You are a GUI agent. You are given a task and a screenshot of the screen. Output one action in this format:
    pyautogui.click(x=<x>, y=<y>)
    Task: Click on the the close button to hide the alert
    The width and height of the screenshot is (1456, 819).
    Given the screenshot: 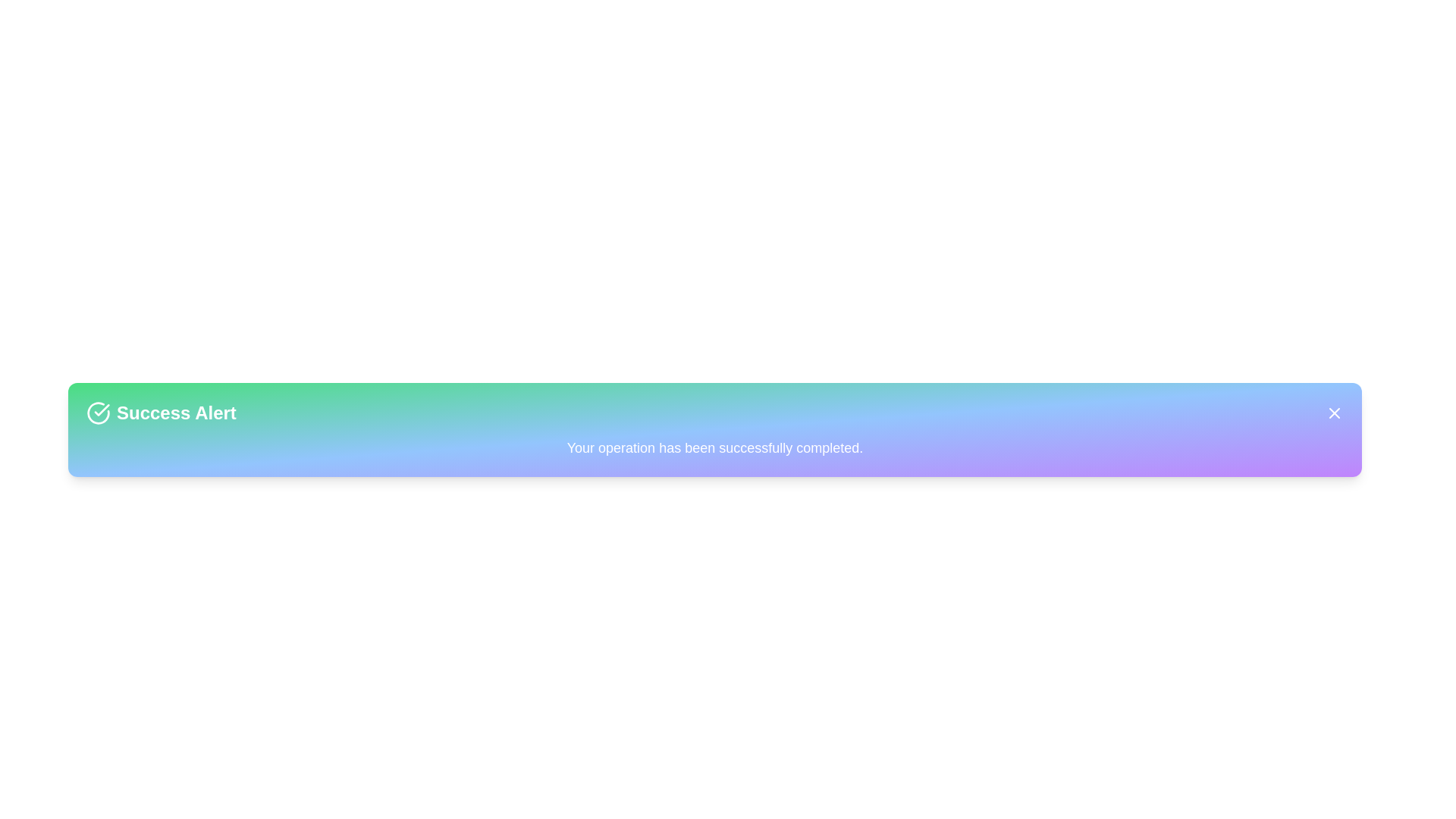 What is the action you would take?
    pyautogui.click(x=1335, y=413)
    